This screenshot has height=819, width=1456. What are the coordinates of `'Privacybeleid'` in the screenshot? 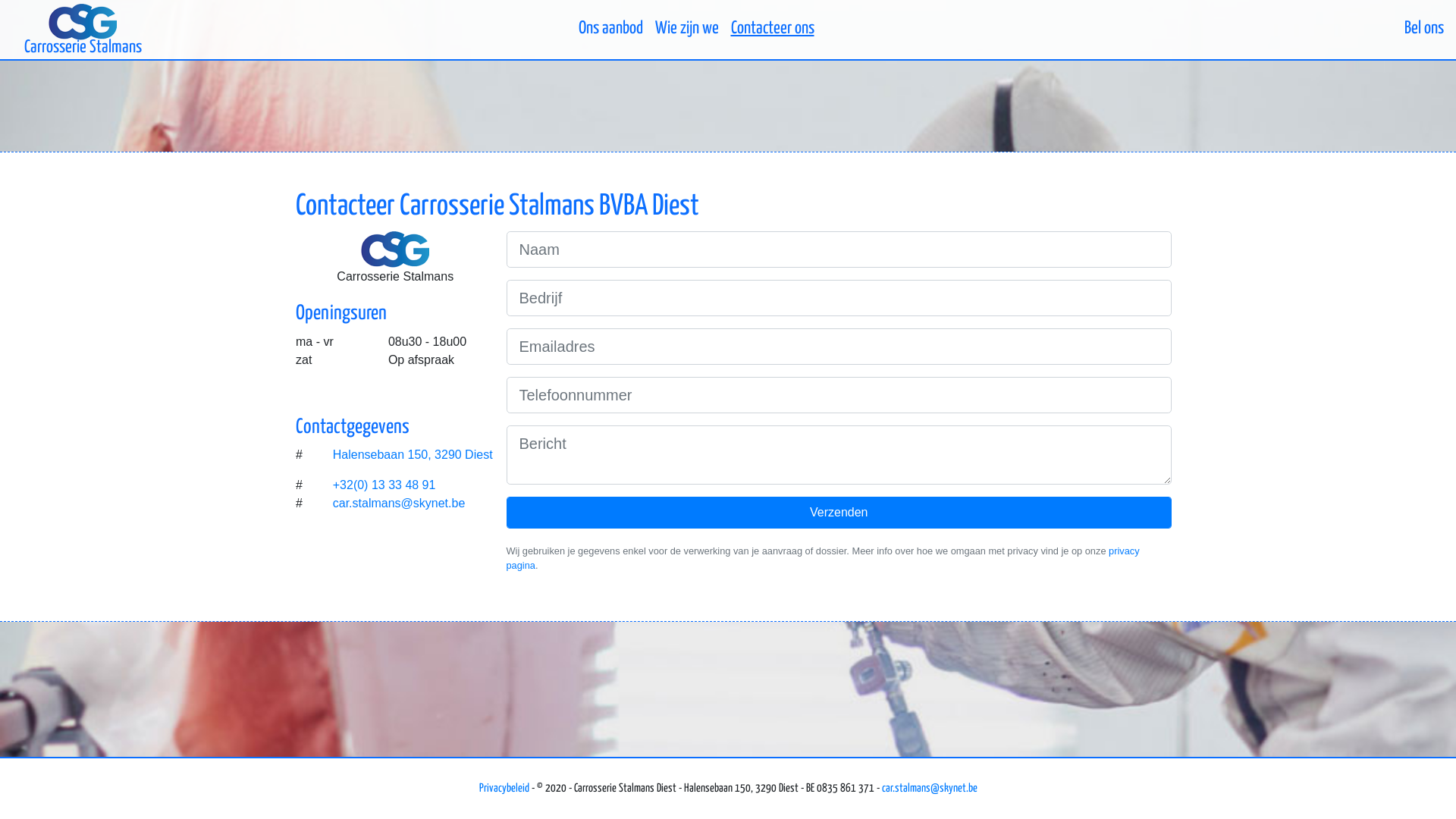 It's located at (504, 787).